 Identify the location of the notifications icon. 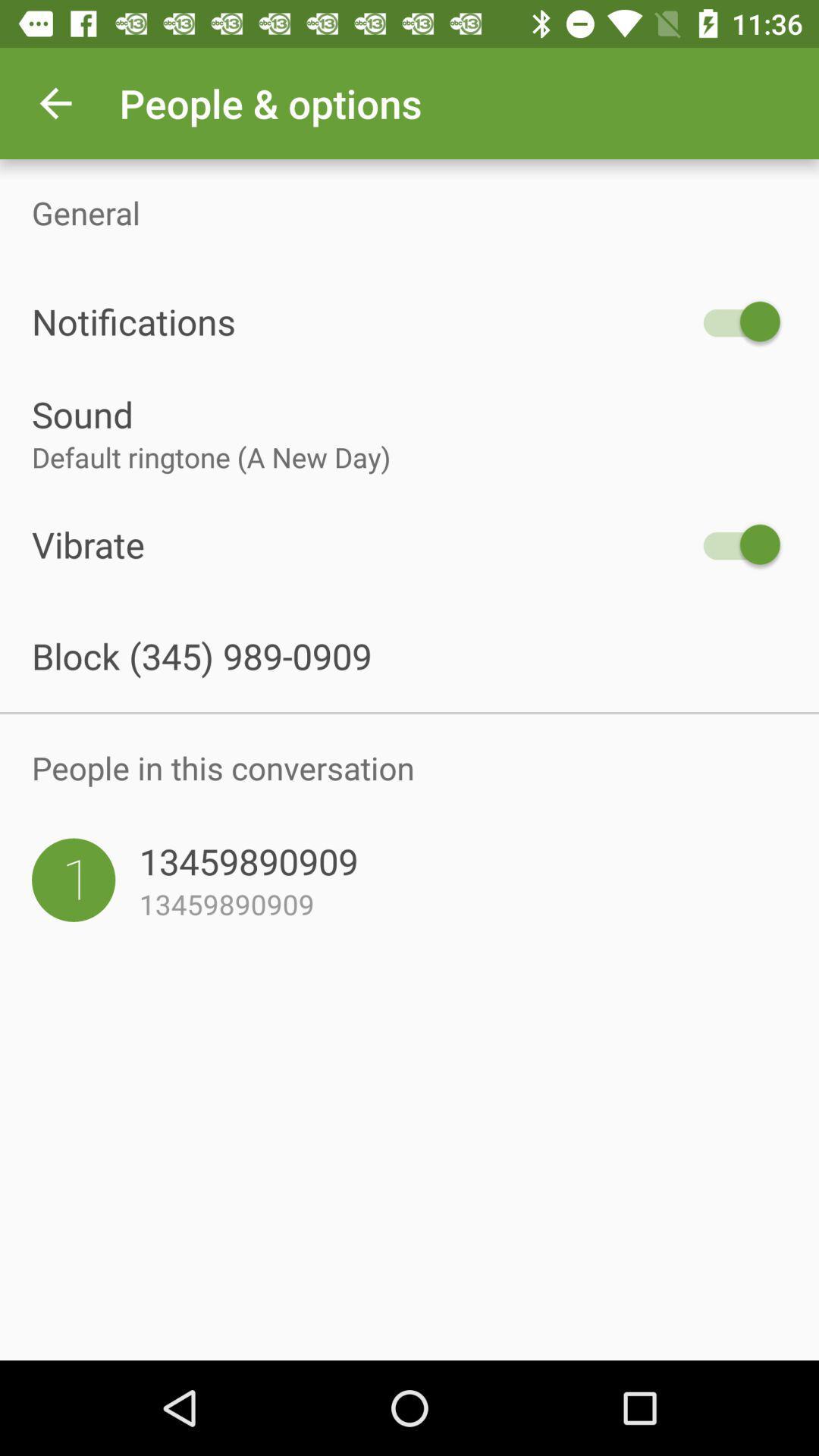
(362, 321).